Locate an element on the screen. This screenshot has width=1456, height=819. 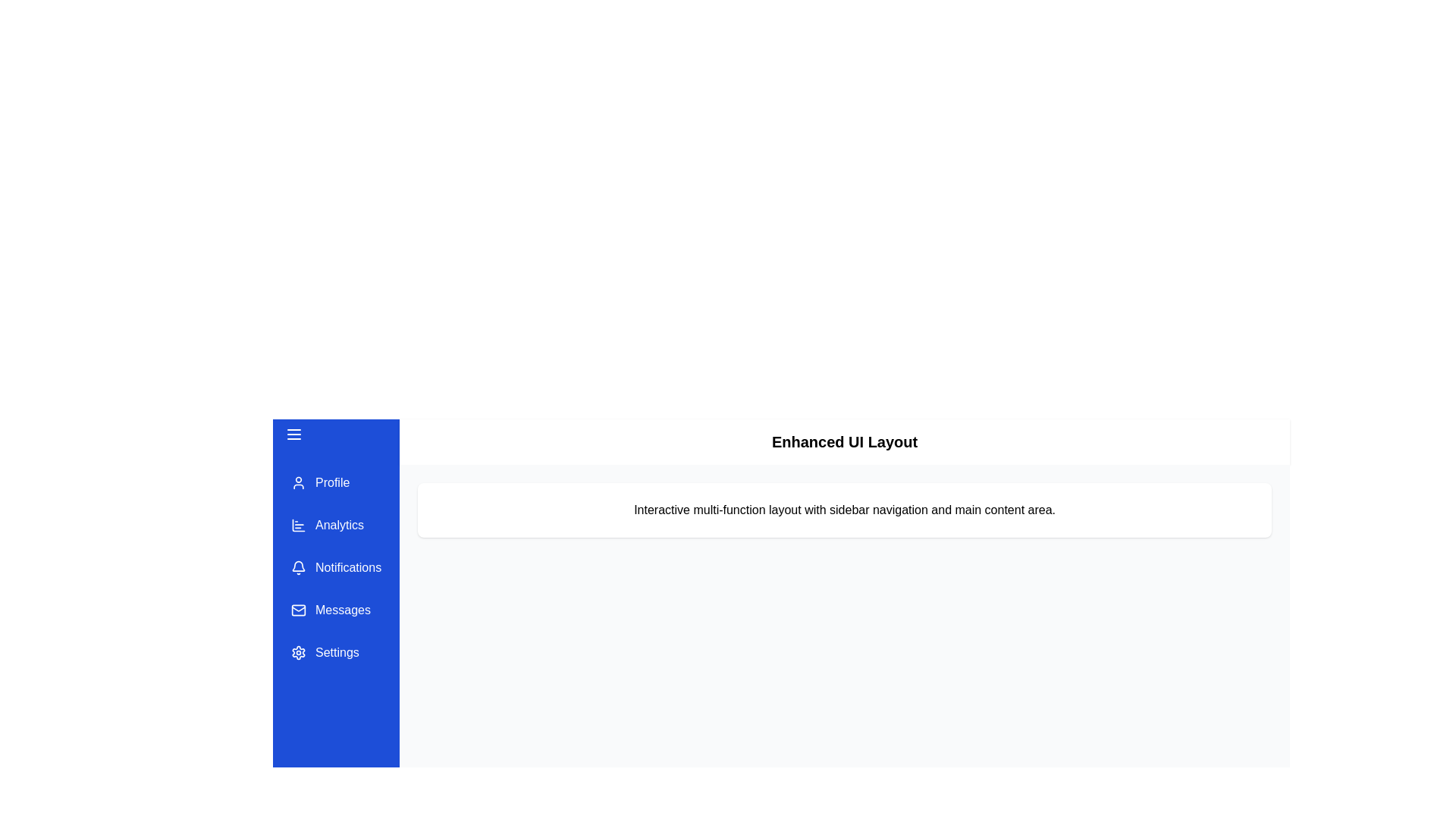
the gear-shaped icon button at the bottom of the vertical menu bar is located at coordinates (298, 651).